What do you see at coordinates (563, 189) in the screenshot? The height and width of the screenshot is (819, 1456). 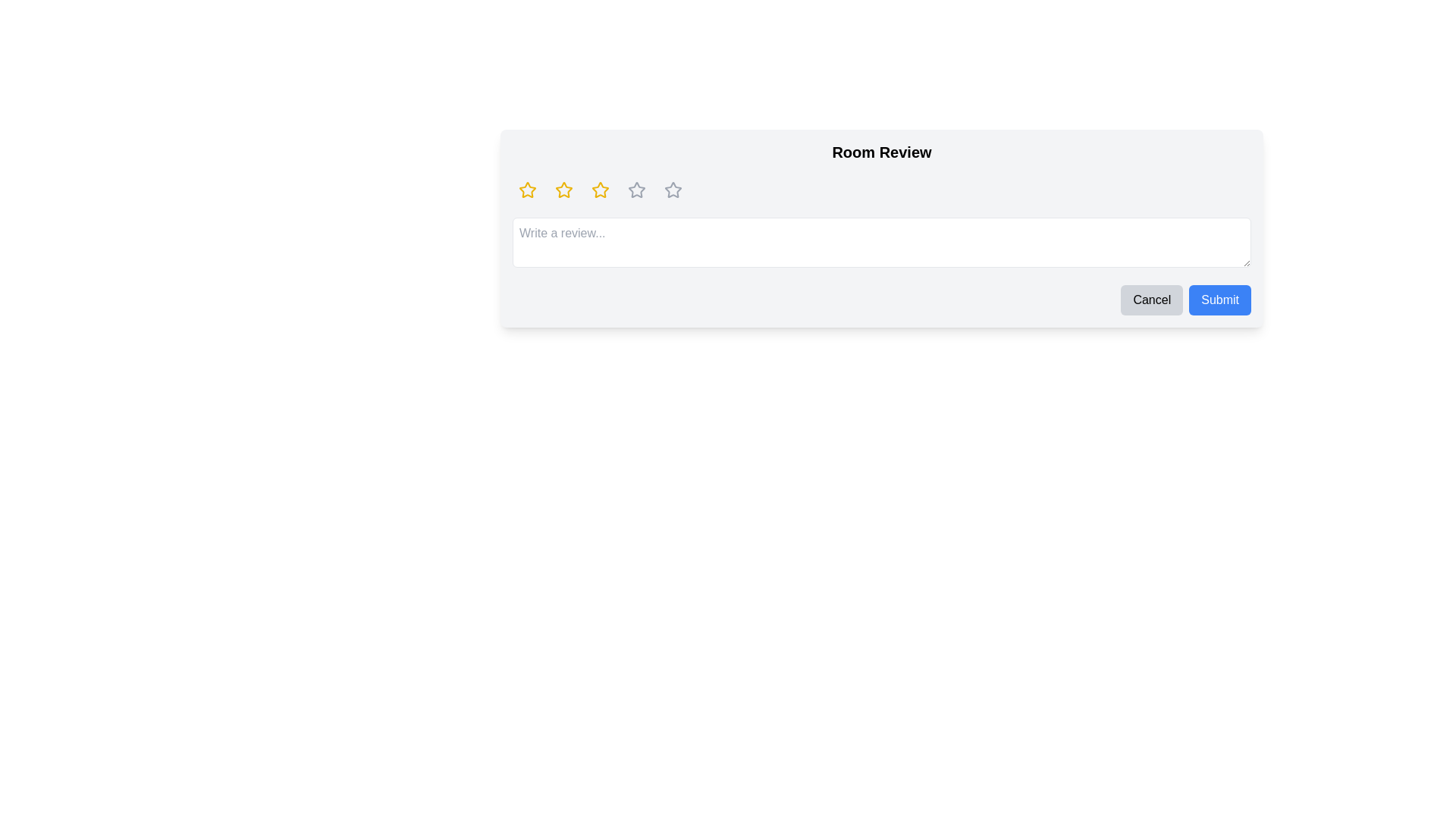 I see `the second star-shaped icon in the horizontal sequence of five stars to rate as two stars` at bounding box center [563, 189].